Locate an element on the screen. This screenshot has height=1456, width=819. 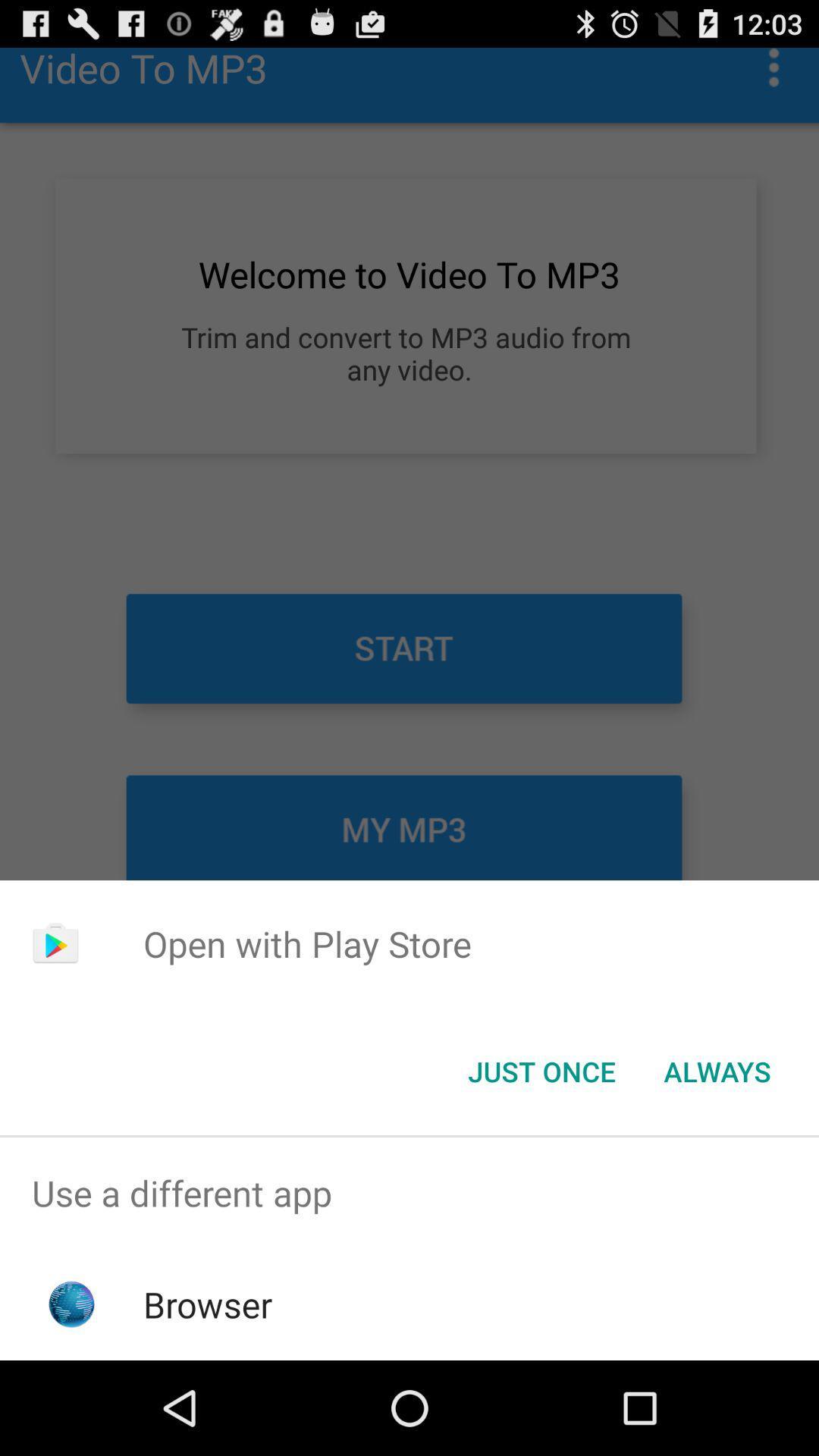
item at the bottom right corner is located at coordinates (717, 1070).